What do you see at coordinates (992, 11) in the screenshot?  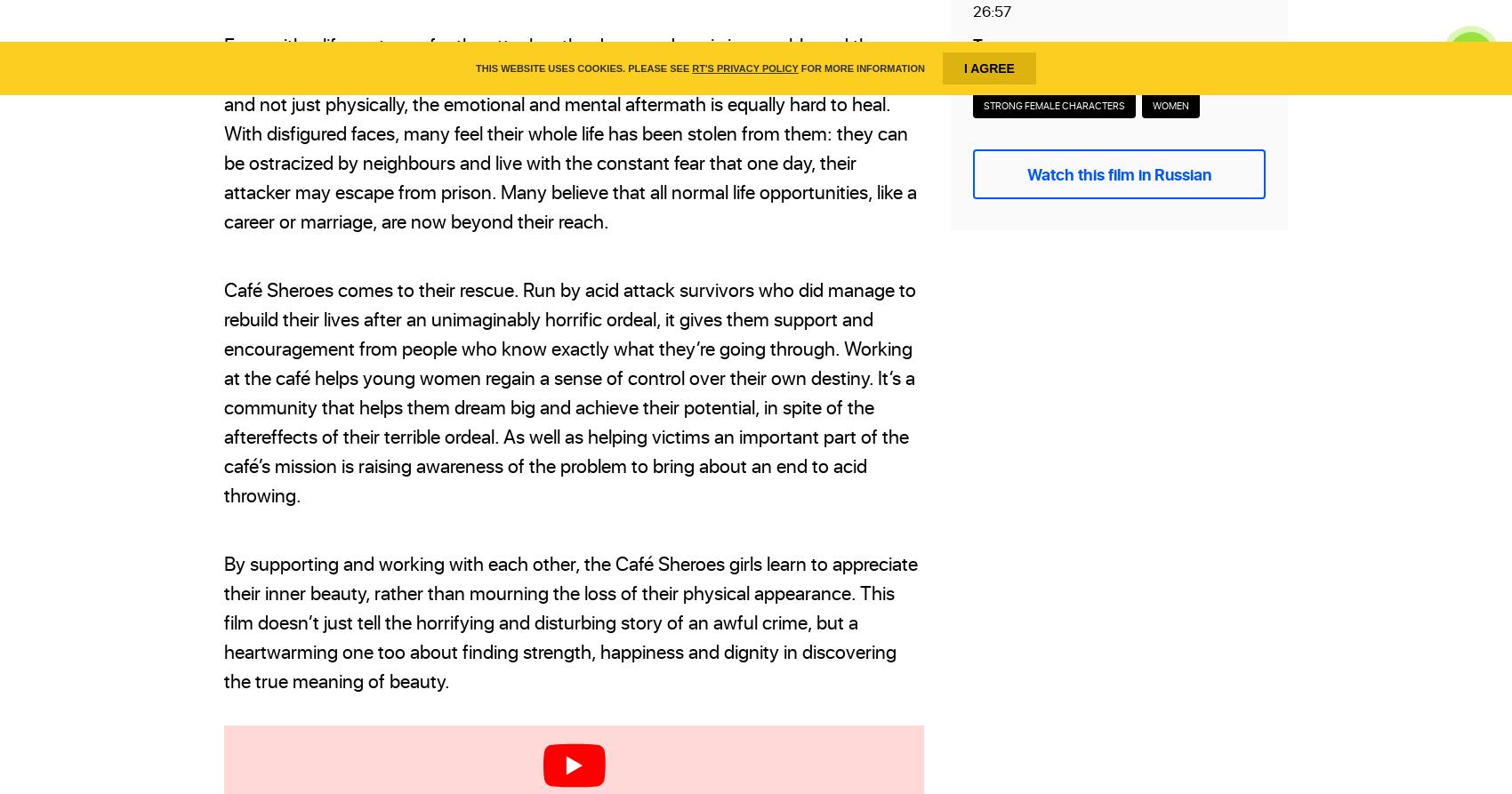 I see `'26:57'` at bounding box center [992, 11].